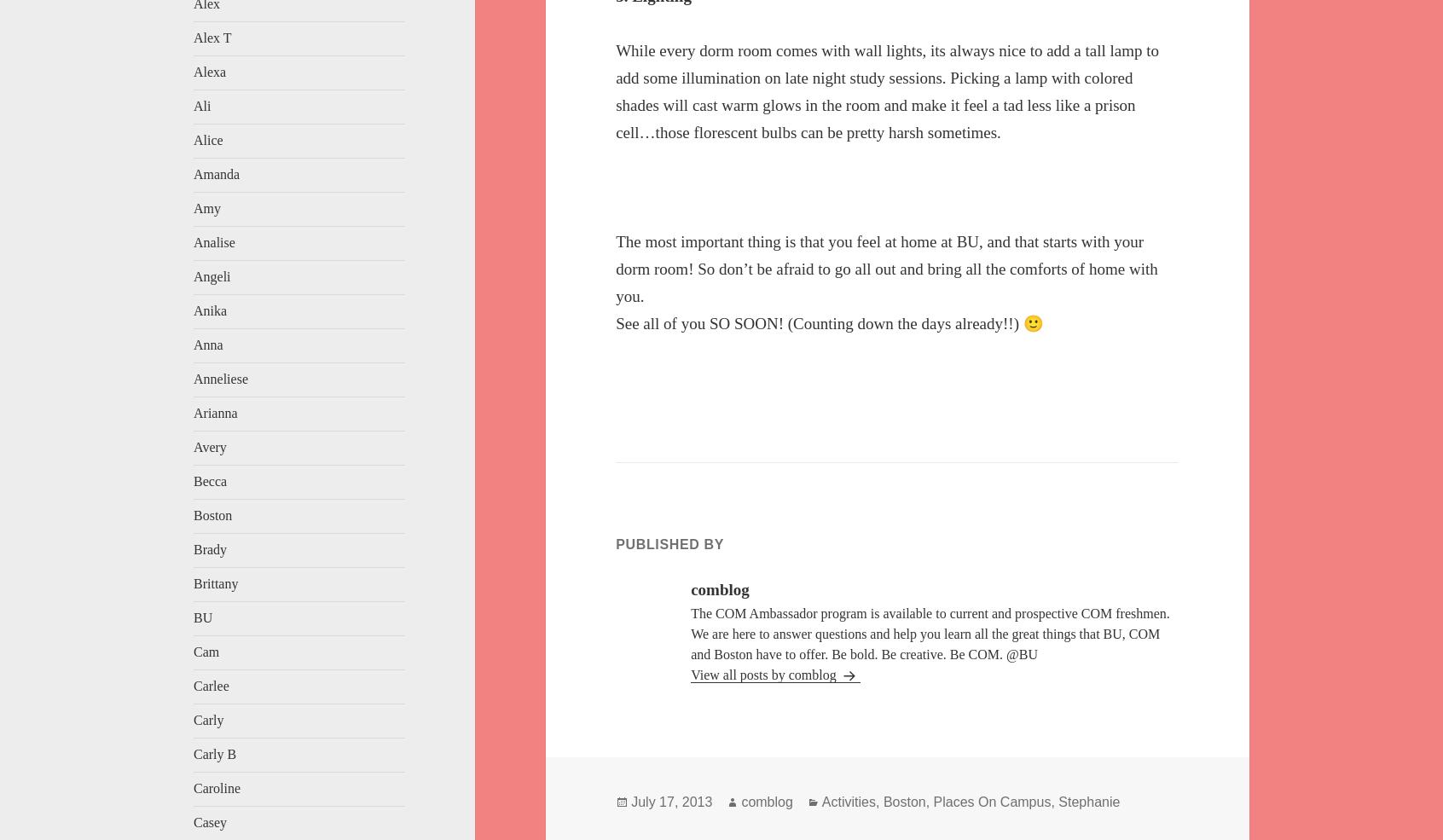 The width and height of the screenshot is (1443, 840). Describe the element at coordinates (930, 634) in the screenshot. I see `'The COM Ambassador program is available to current and prospective COM freshmen. We are here to answer questions and help you learn all the great things that BU, COM and Boston have to offer.

Be bold. Be creative. Be COM. @BU'` at that location.